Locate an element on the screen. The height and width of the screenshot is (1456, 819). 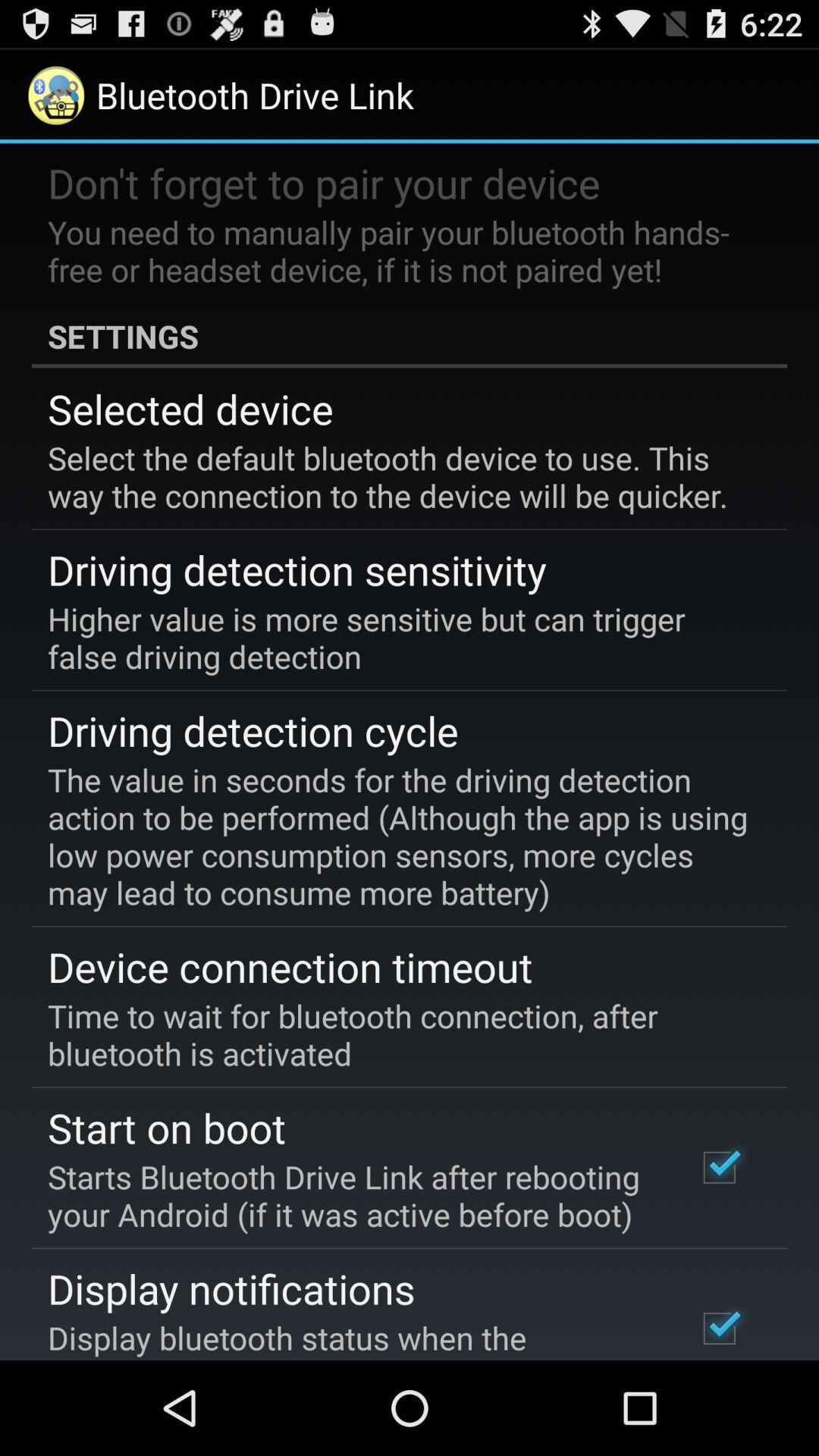
the app below selected device item is located at coordinates (398, 475).